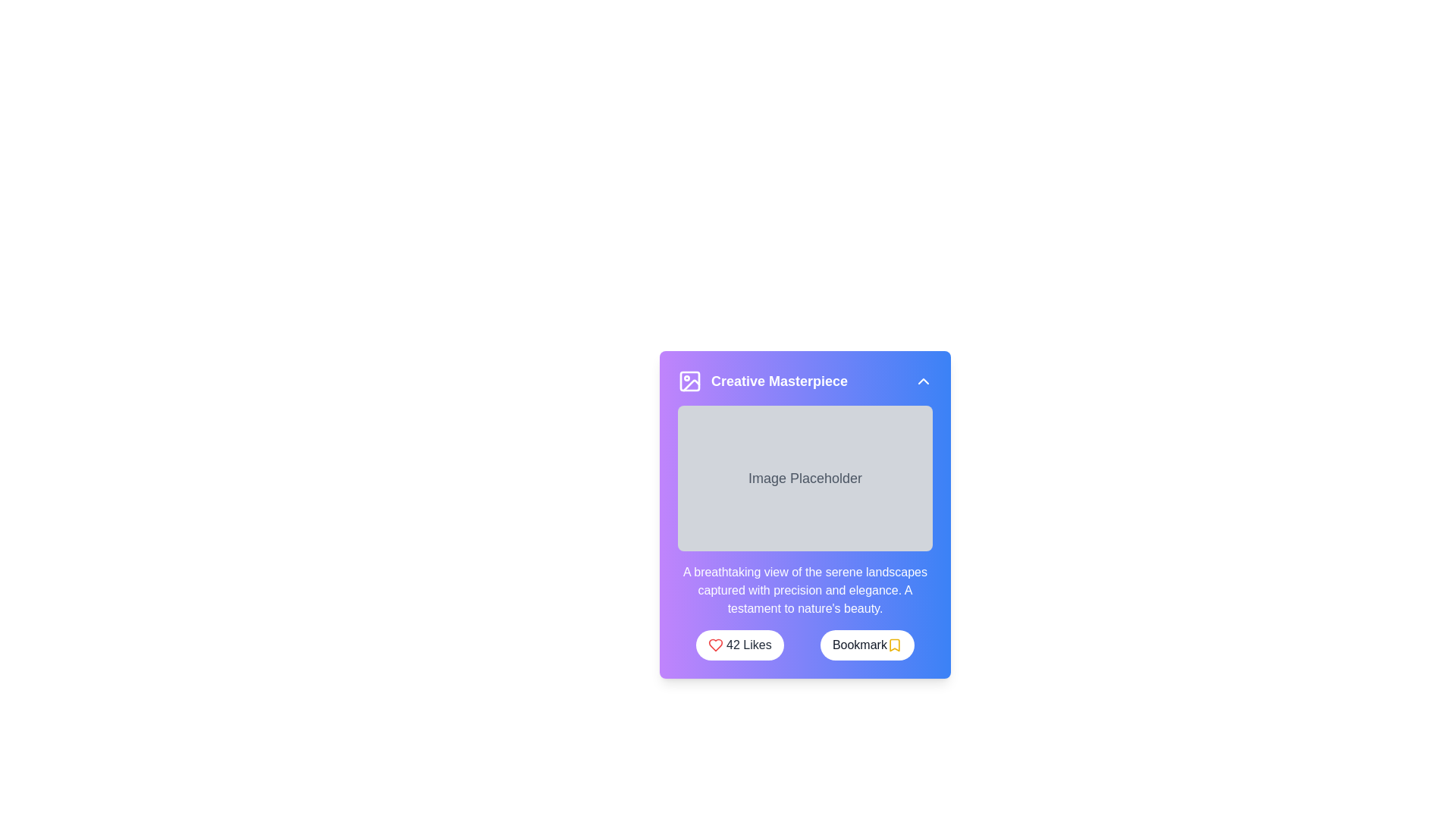 The height and width of the screenshot is (819, 1456). Describe the element at coordinates (804, 479) in the screenshot. I see `the 'Image Placeholder' element, which is a light gray rectangular placeholder with rounded corners and the text 'Image Placeholder,' located in the 'Creative Masterpiece' section above the buttons '42 Likes' and 'Bookmark.'` at that location.